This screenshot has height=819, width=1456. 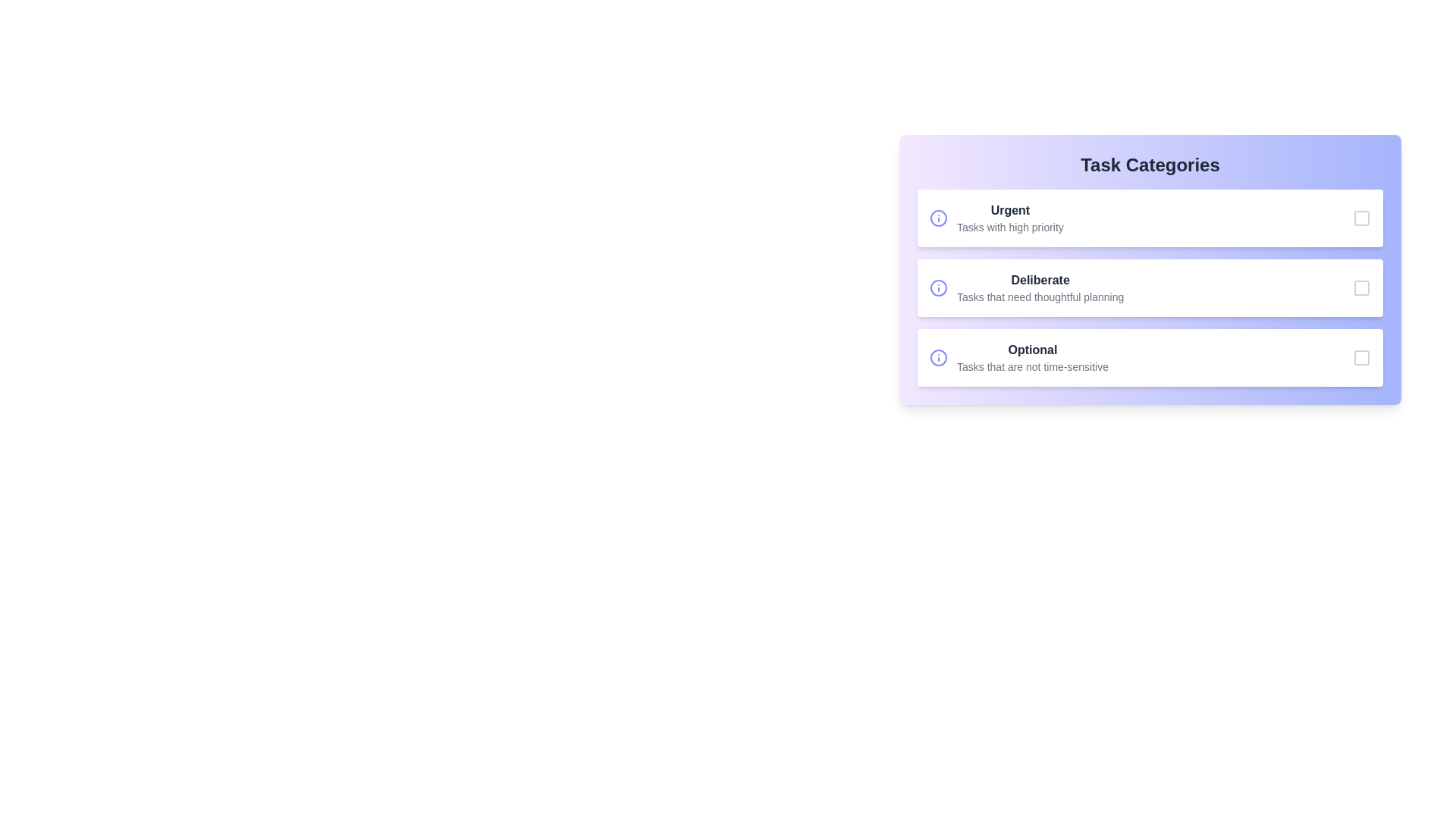 What do you see at coordinates (1361, 357) in the screenshot?
I see `the category Optional by clicking its checkbox` at bounding box center [1361, 357].